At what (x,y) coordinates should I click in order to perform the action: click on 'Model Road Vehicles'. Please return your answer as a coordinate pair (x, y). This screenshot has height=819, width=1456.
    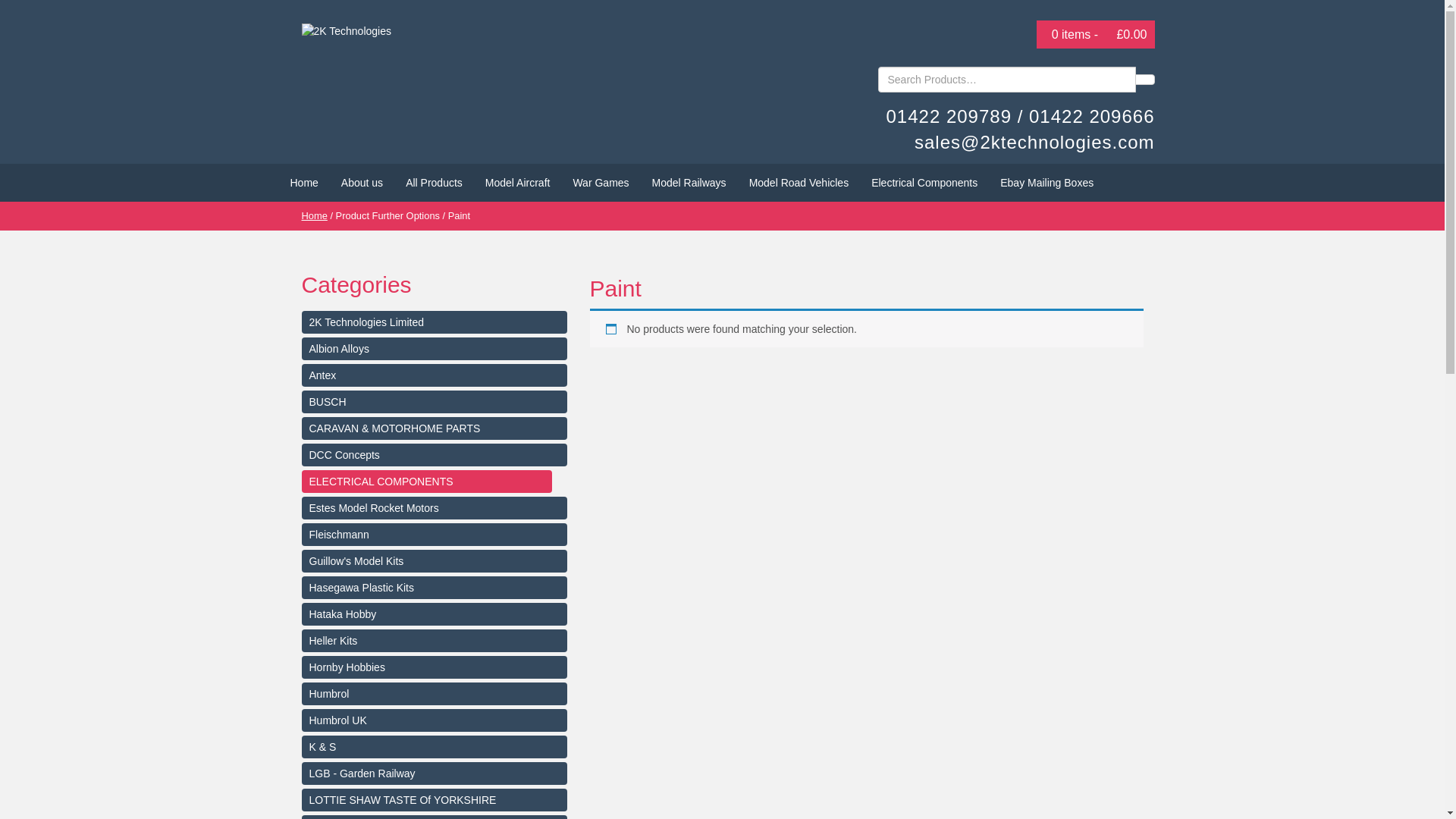
    Looking at the image, I should click on (799, 181).